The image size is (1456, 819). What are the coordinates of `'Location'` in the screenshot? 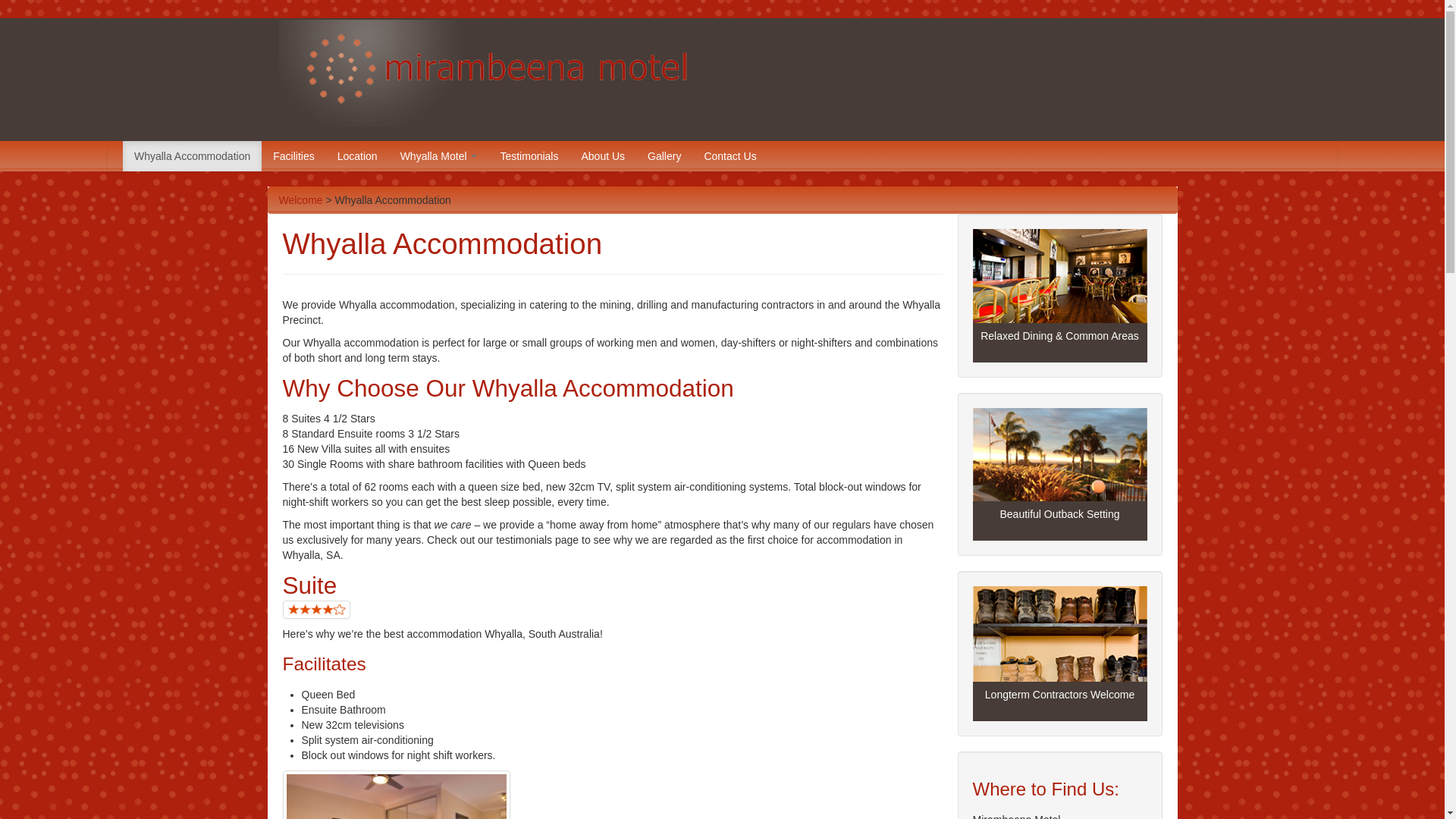 It's located at (356, 155).